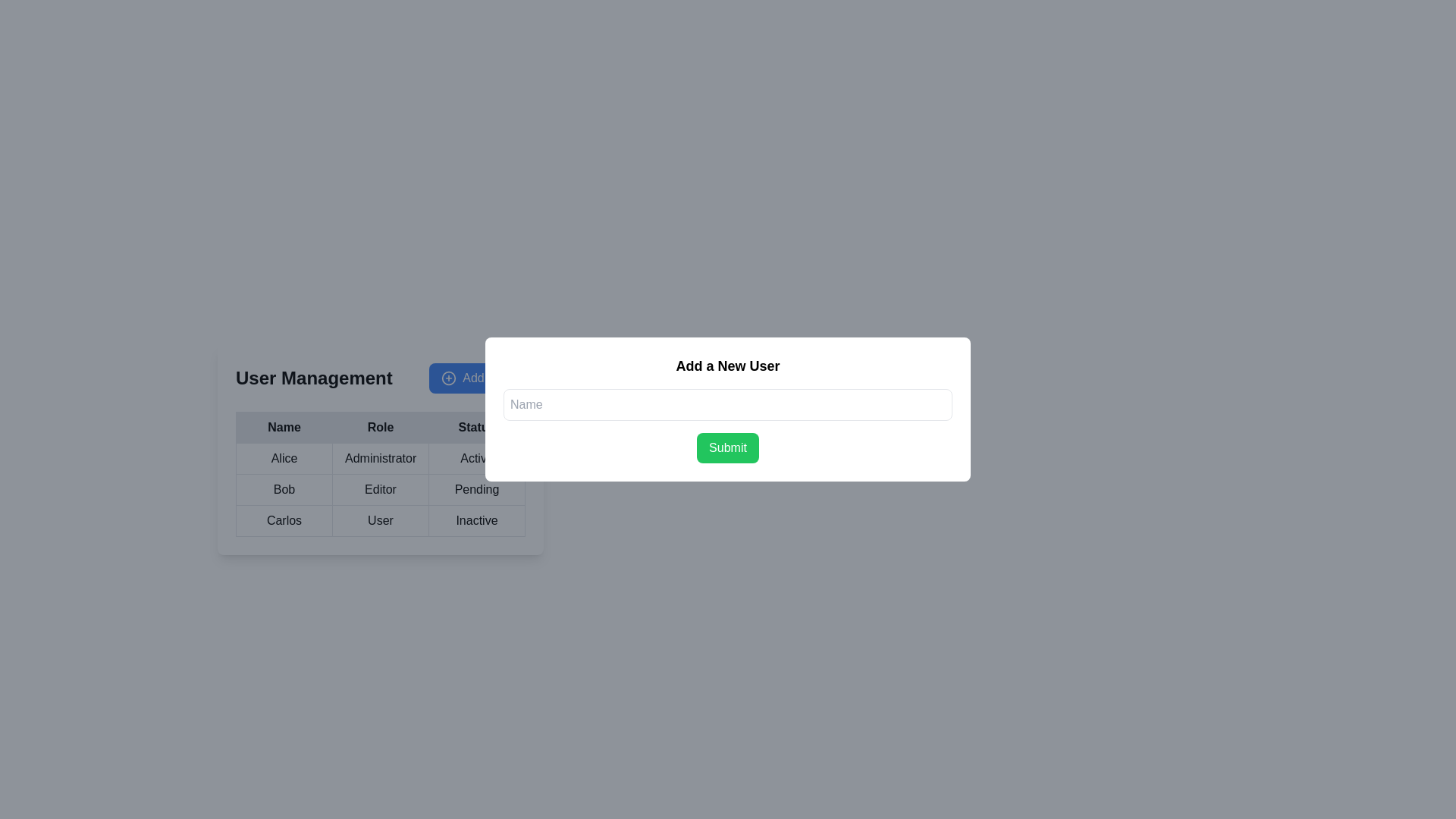 This screenshot has height=819, width=1456. Describe the element at coordinates (284, 489) in the screenshot. I see `the Text Label displaying 'Bob' in the 'Name' column of the user information table` at that location.